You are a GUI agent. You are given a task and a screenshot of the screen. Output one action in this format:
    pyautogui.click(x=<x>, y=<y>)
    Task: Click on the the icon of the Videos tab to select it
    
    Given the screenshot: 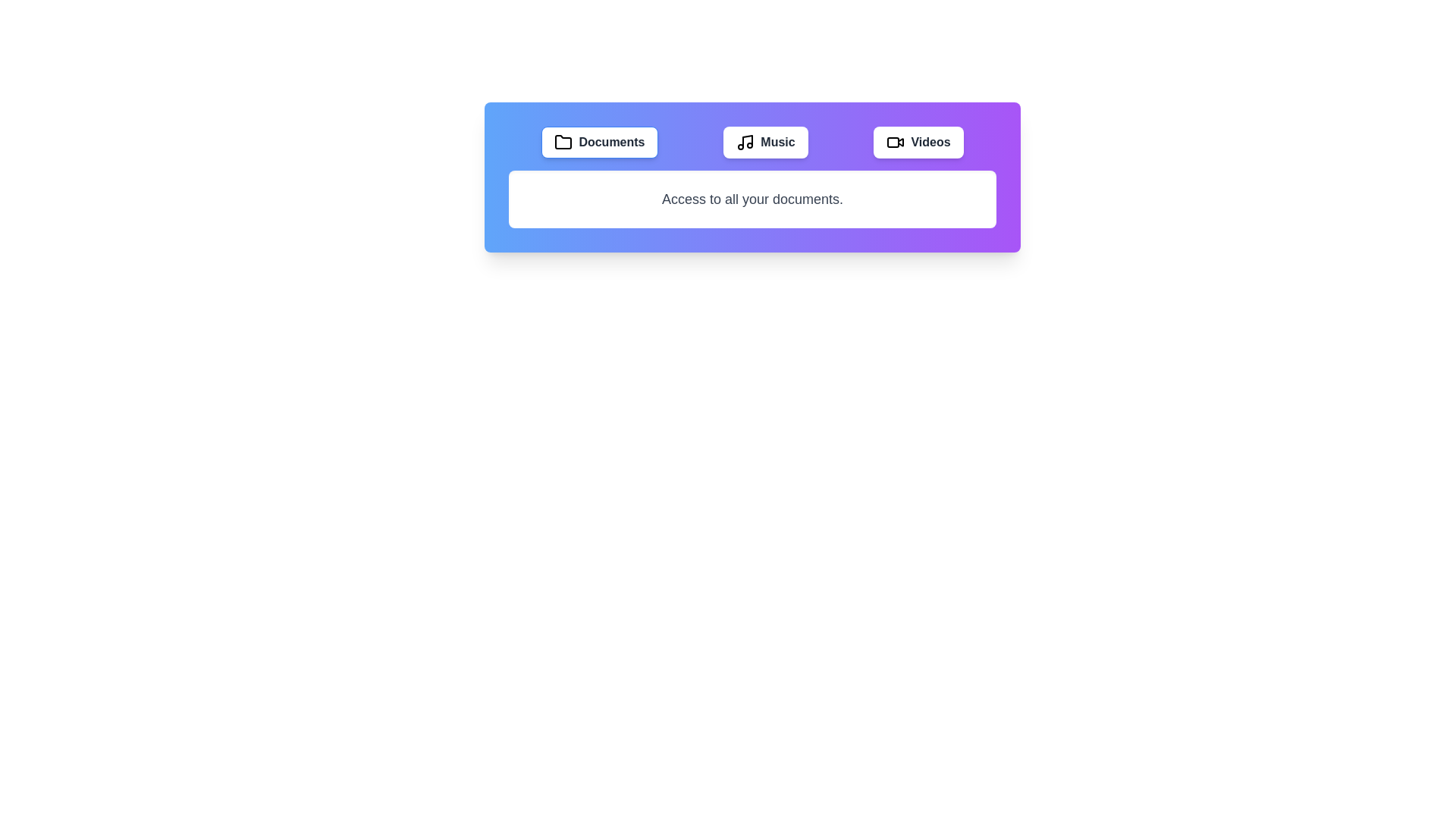 What is the action you would take?
    pyautogui.click(x=896, y=143)
    